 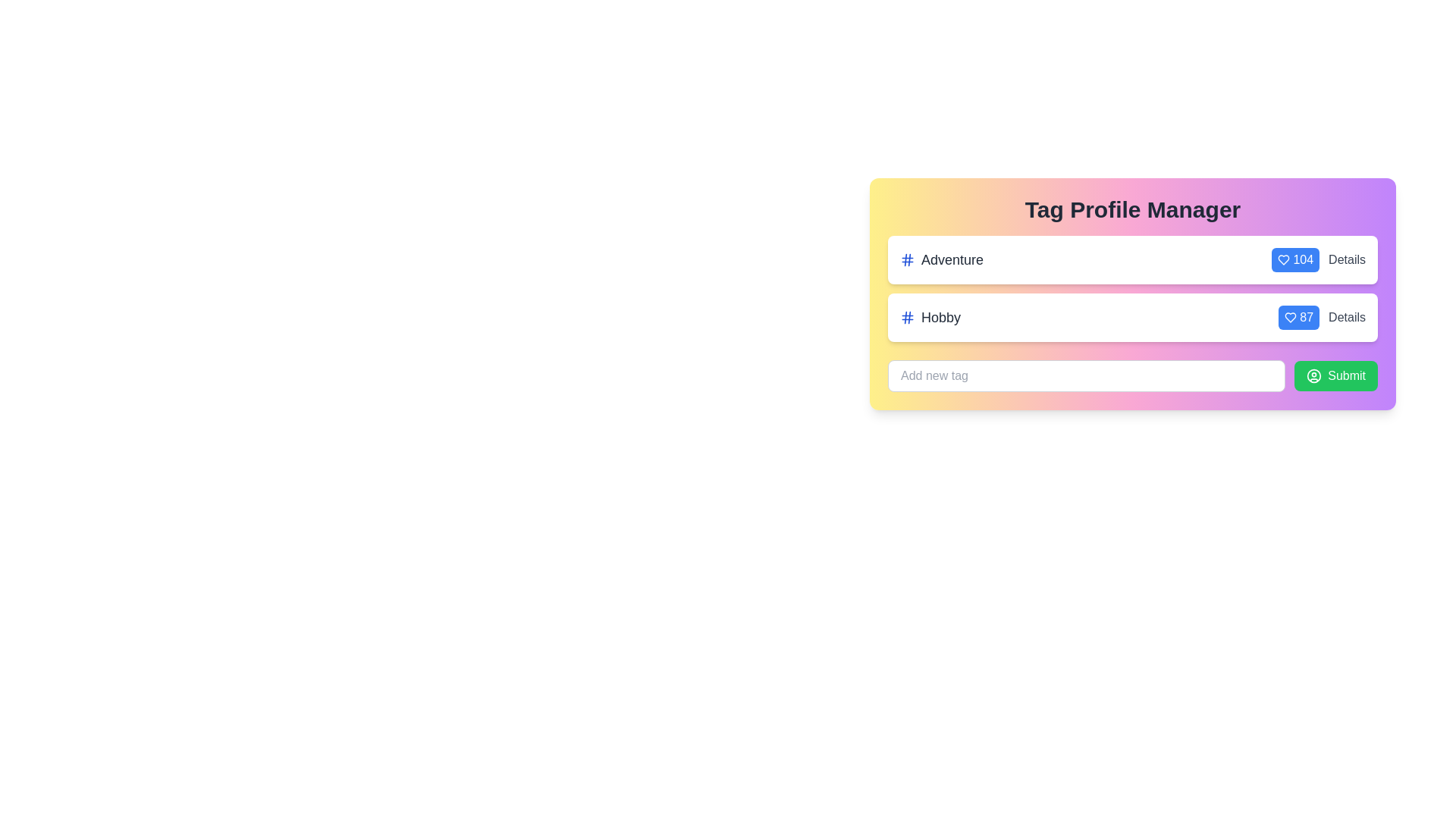 I want to click on the '104' label indicating the number of likes associated with the item 'Adventure', so click(x=1318, y=259).